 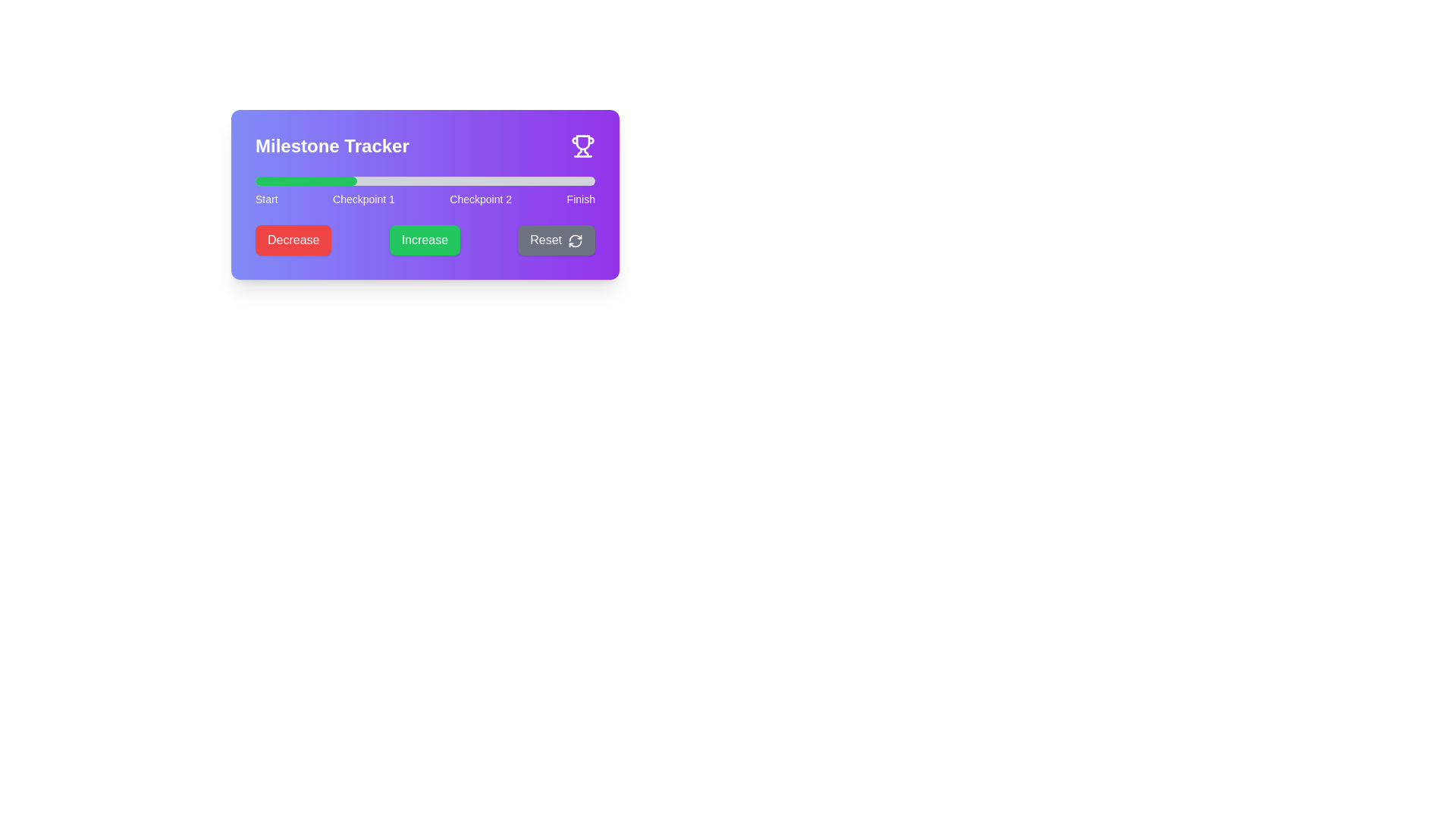 What do you see at coordinates (556, 239) in the screenshot?
I see `the rightmost button labeled 'Reset', which has a gray background and a circular refresh arrow icon, to reset` at bounding box center [556, 239].